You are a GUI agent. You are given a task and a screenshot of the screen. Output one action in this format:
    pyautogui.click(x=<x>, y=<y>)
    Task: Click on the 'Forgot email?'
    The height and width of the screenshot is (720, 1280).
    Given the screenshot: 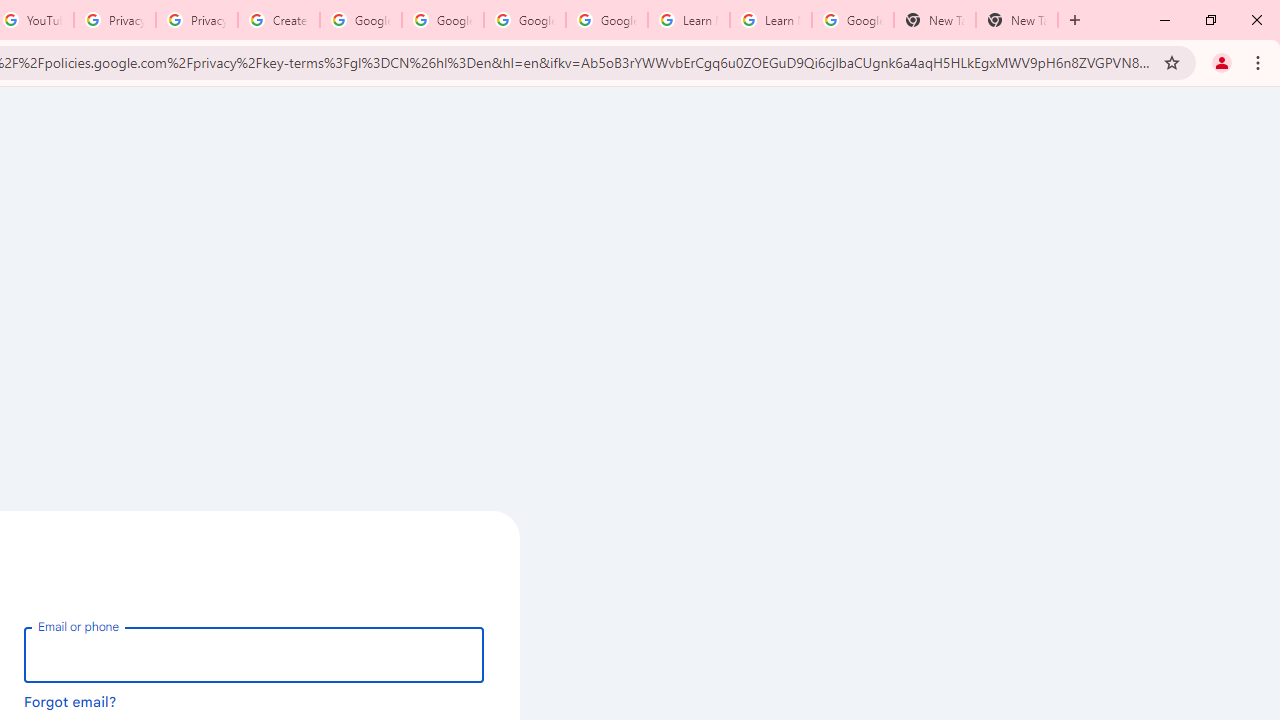 What is the action you would take?
    pyautogui.click(x=70, y=700)
    